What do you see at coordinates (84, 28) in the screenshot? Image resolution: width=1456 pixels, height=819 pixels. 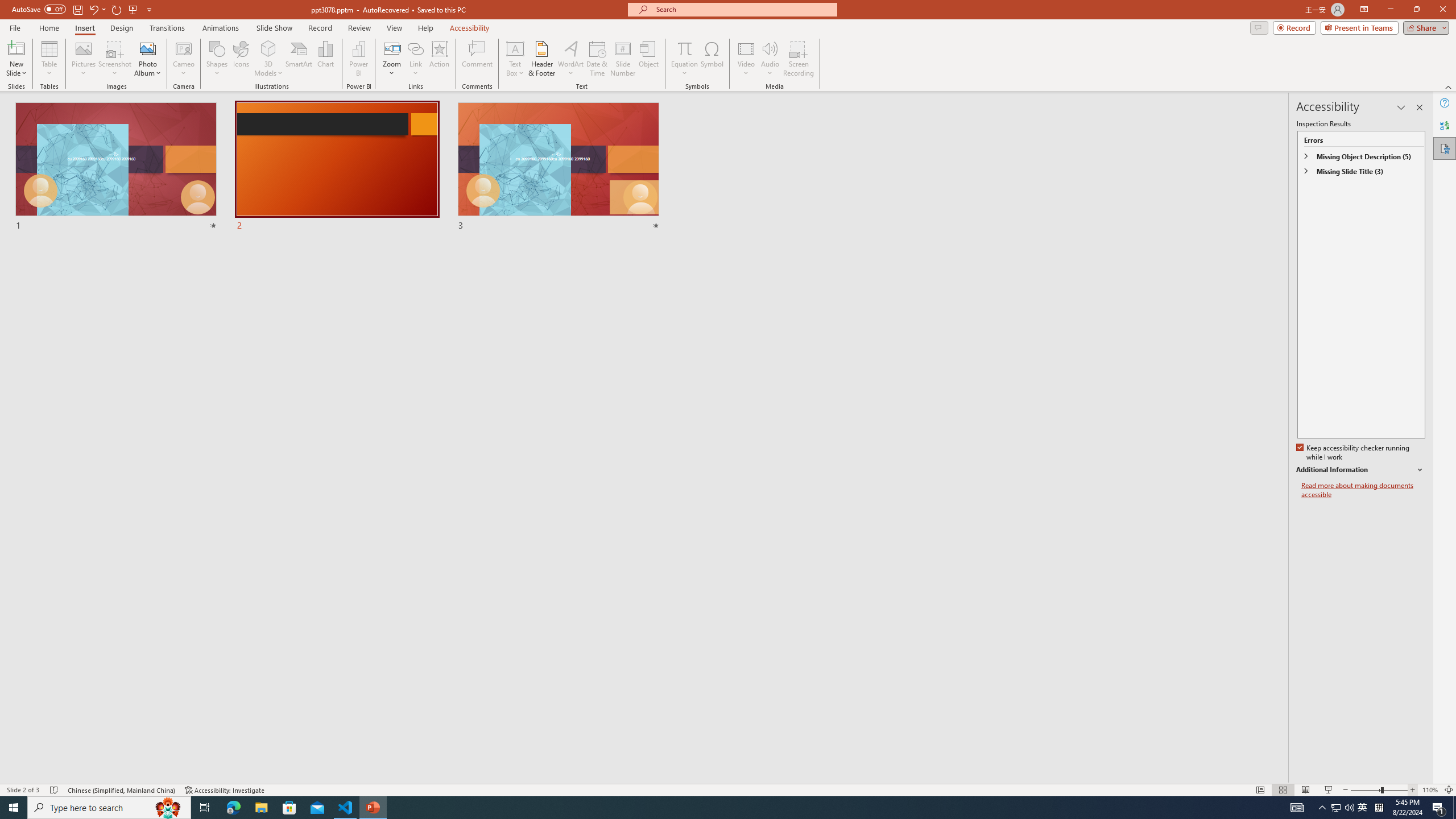 I see `'Insert'` at bounding box center [84, 28].